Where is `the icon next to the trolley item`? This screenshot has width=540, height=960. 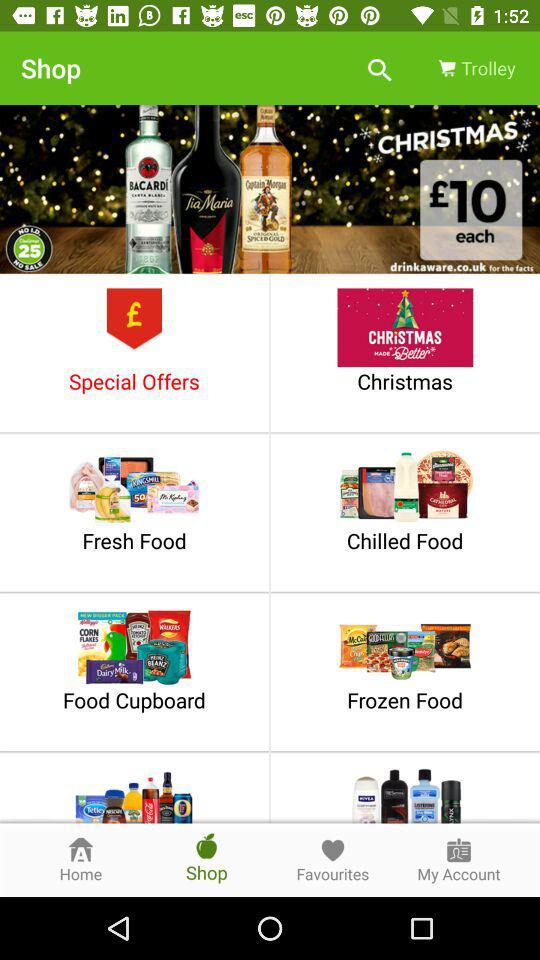 the icon next to the trolley item is located at coordinates (379, 68).